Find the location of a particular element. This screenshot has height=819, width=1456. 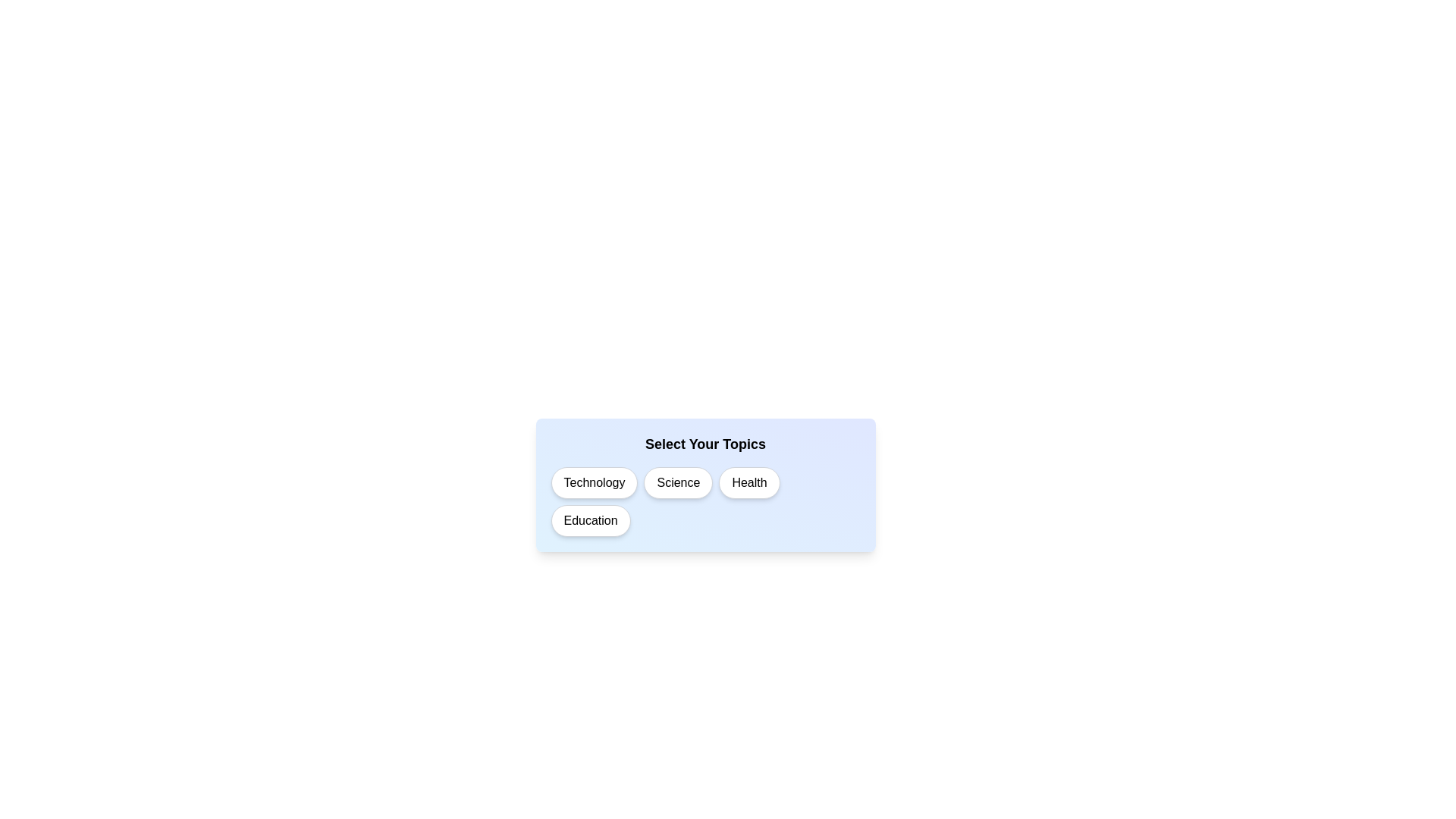

the topic Health to observe its visual feedback is located at coordinates (749, 482).